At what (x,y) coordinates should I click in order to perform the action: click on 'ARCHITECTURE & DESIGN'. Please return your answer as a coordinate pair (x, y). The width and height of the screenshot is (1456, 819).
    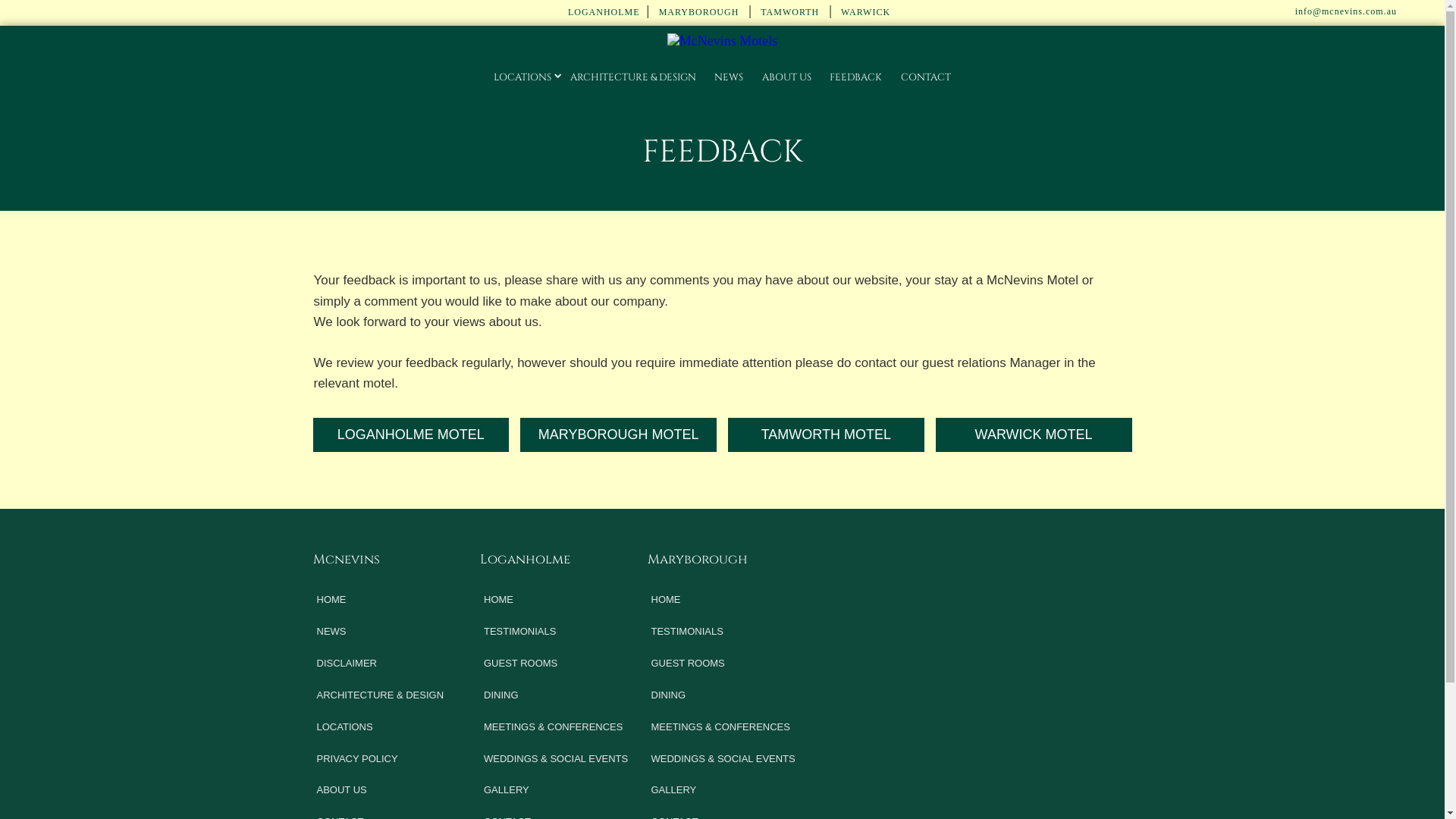
    Looking at the image, I should click on (381, 695).